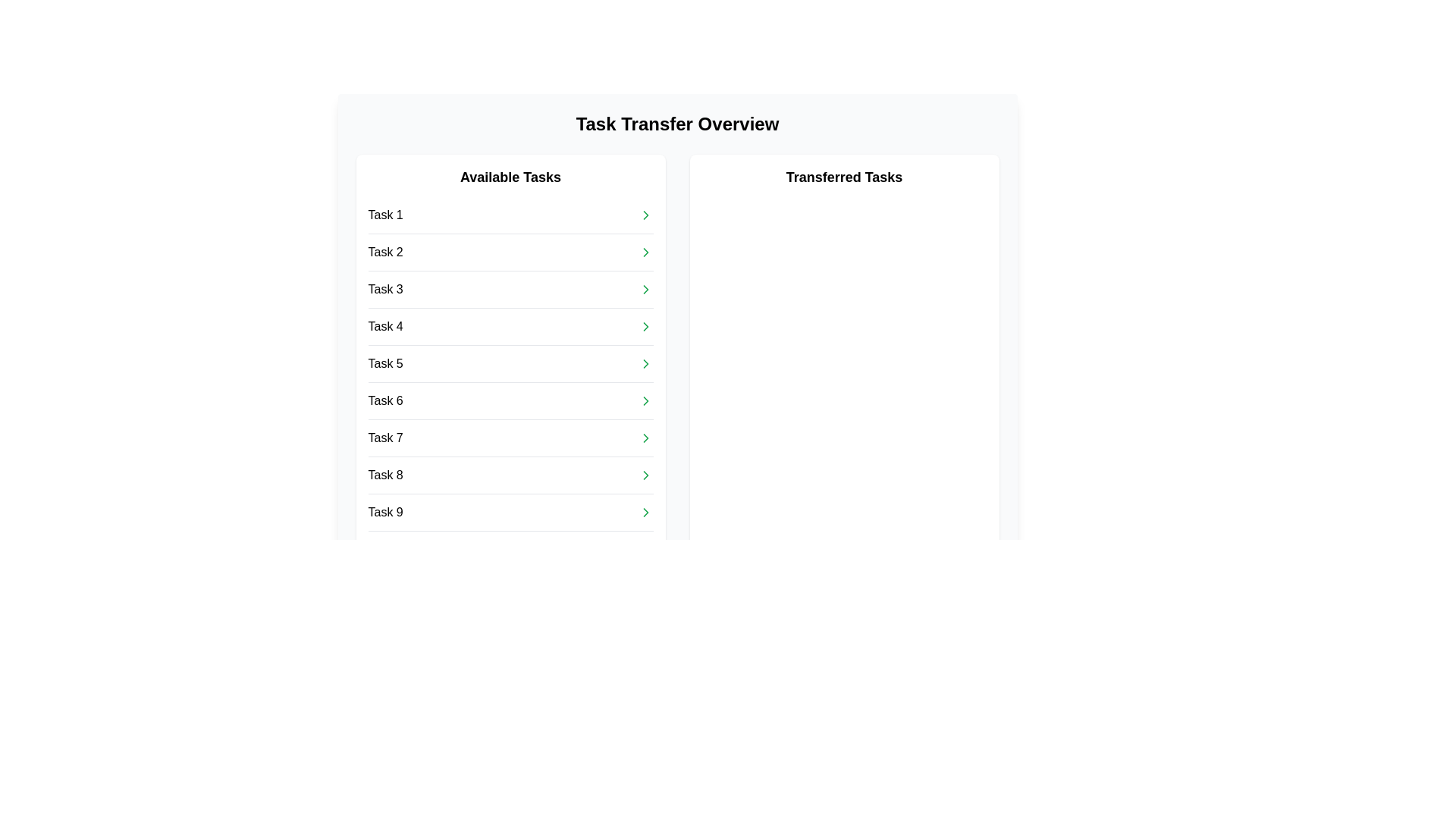 The image size is (1456, 819). What do you see at coordinates (385, 438) in the screenshot?
I see `the seventh task item label in the vertical list, located between 'Task 6' and 'Task 8'` at bounding box center [385, 438].